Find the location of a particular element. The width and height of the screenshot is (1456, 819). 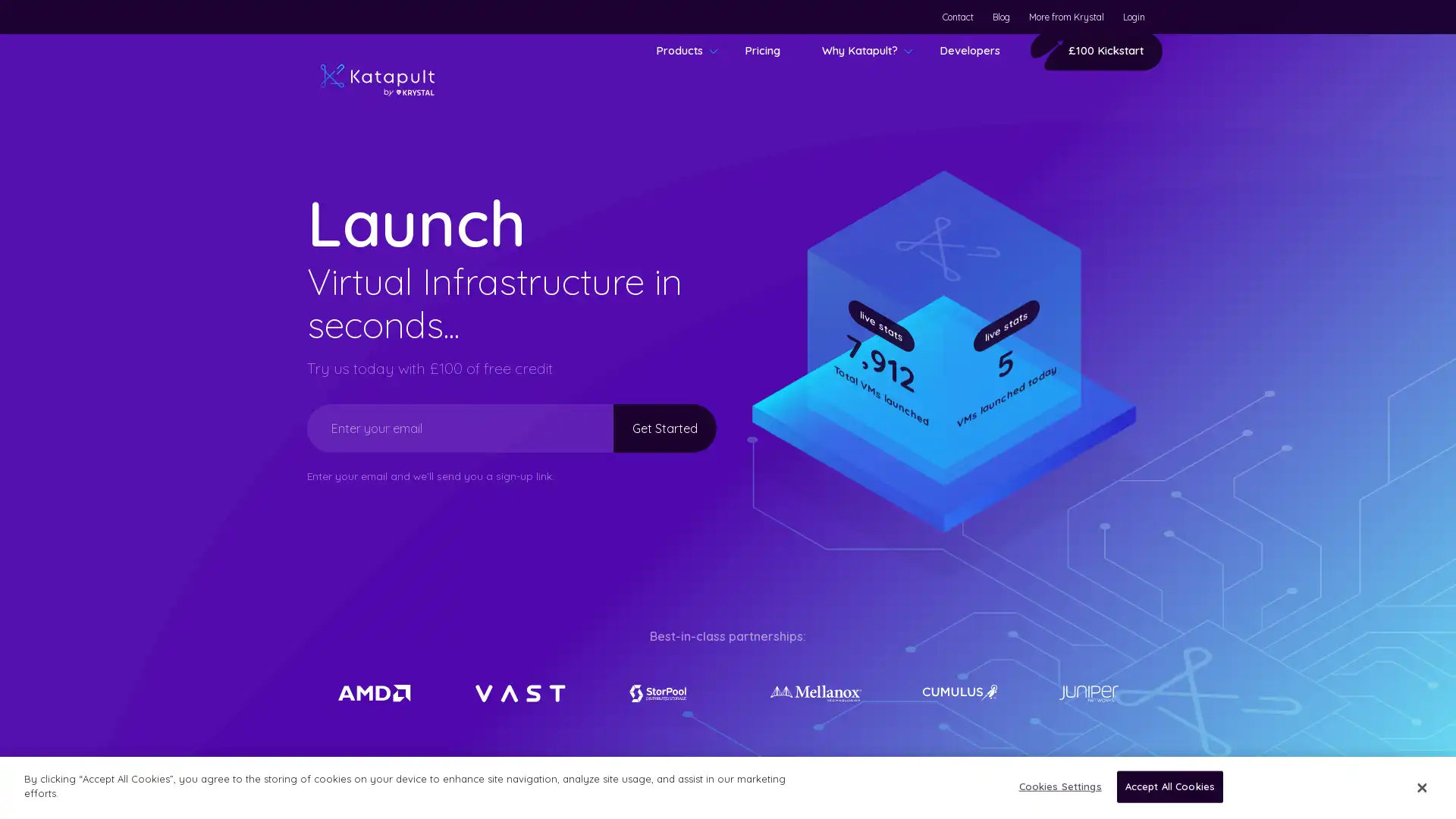

Get Started is located at coordinates (647, 427).